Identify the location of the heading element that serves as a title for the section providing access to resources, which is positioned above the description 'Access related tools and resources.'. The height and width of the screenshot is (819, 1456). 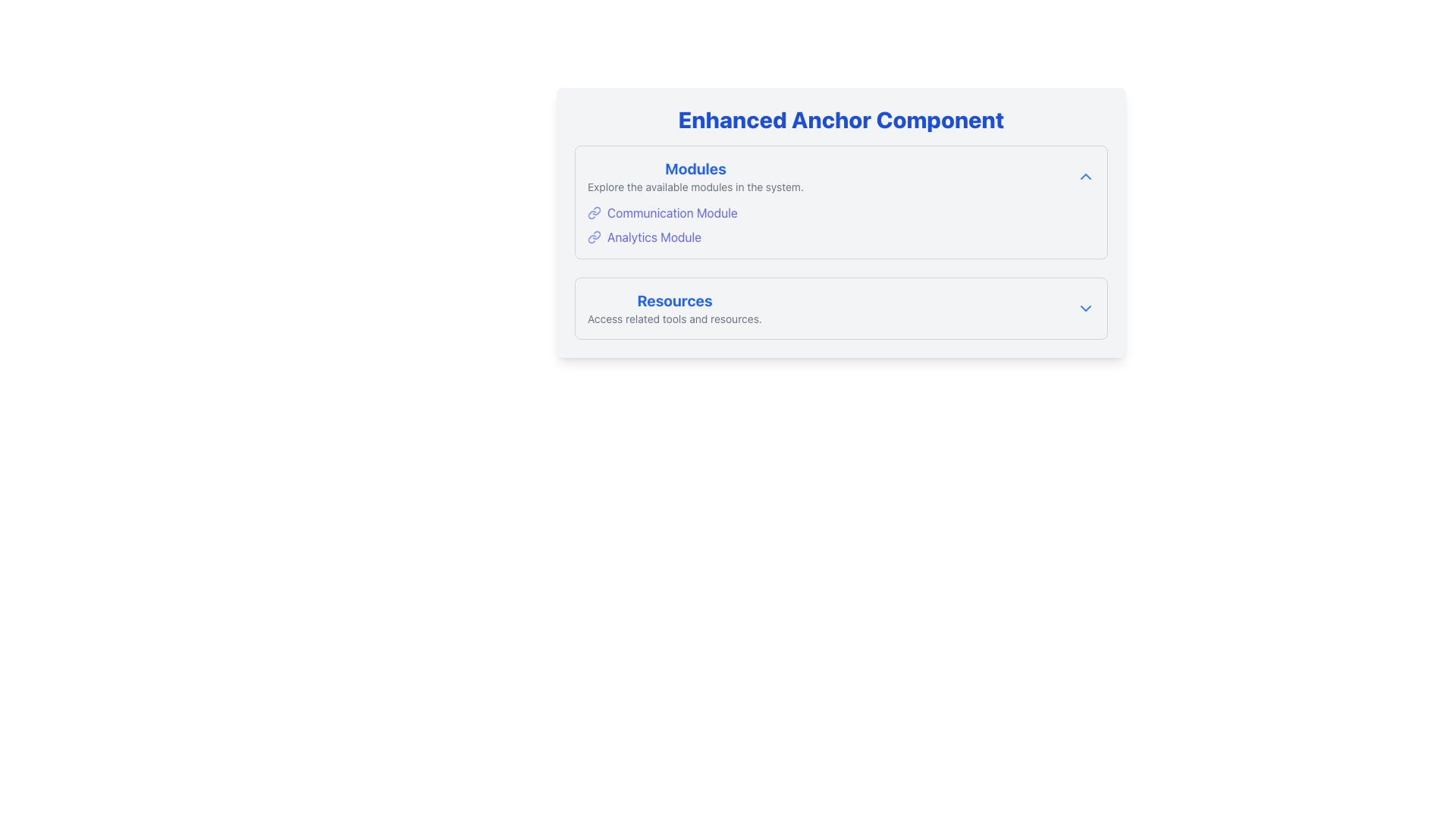
(673, 301).